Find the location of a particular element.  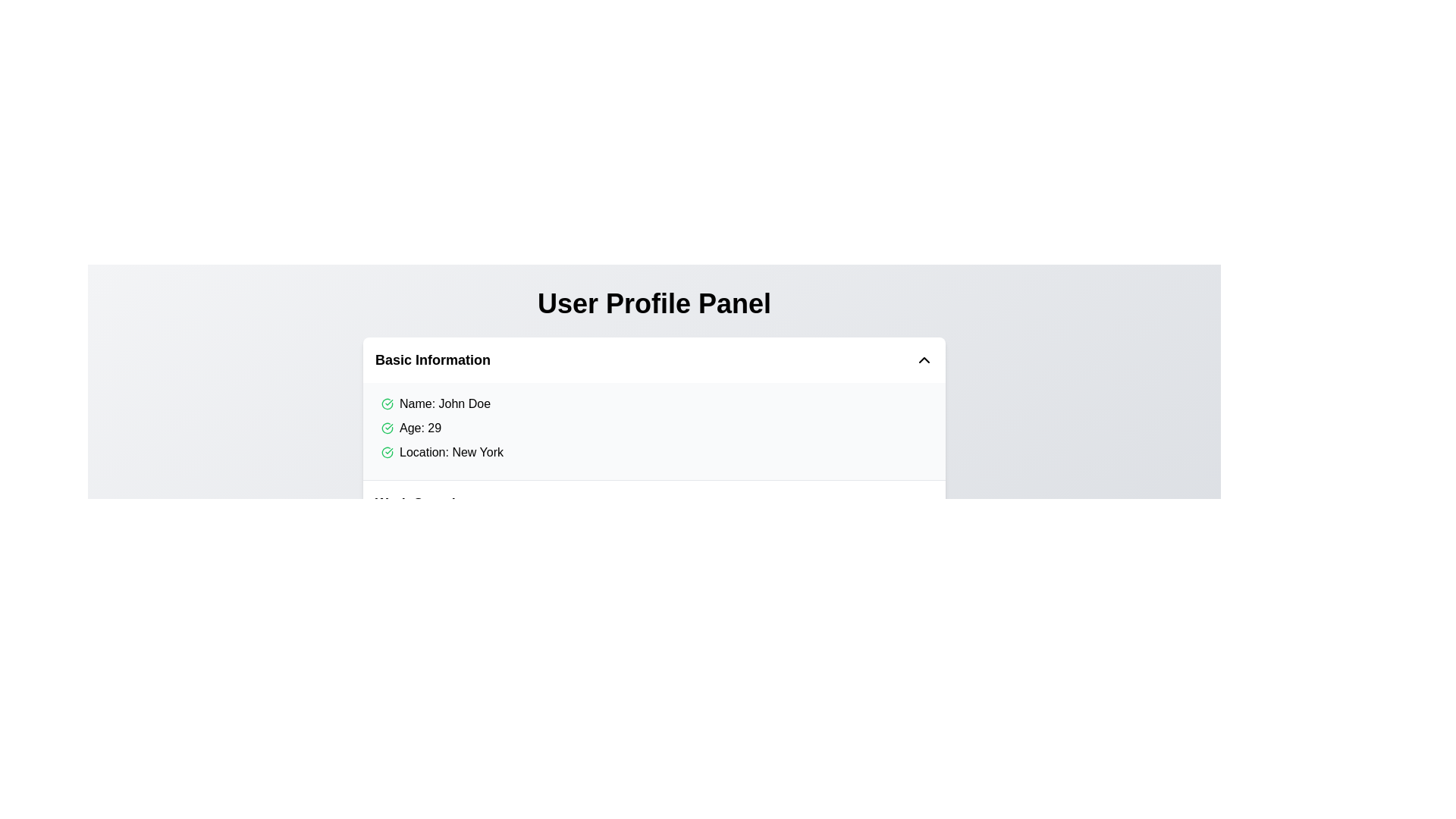

displayed text from the Text Label that serves as the title for the collapsible section, positioned centrally along the horizontal axis and to the left of a chevron icon is located at coordinates (432, 359).